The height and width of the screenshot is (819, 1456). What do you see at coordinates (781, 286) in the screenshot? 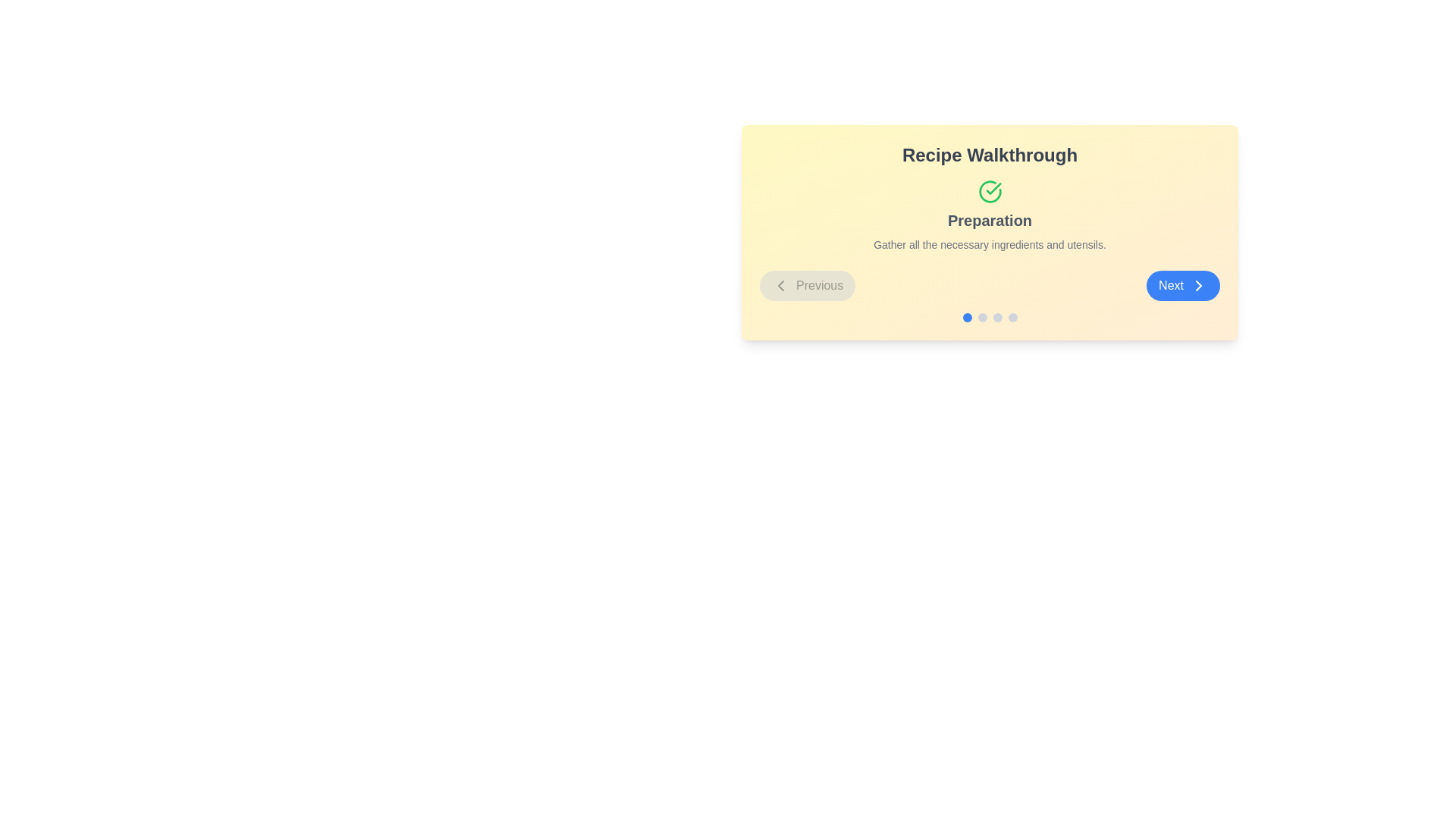
I see `the 'Previous' button which contains the navigation icon located on the left side of the interface` at bounding box center [781, 286].